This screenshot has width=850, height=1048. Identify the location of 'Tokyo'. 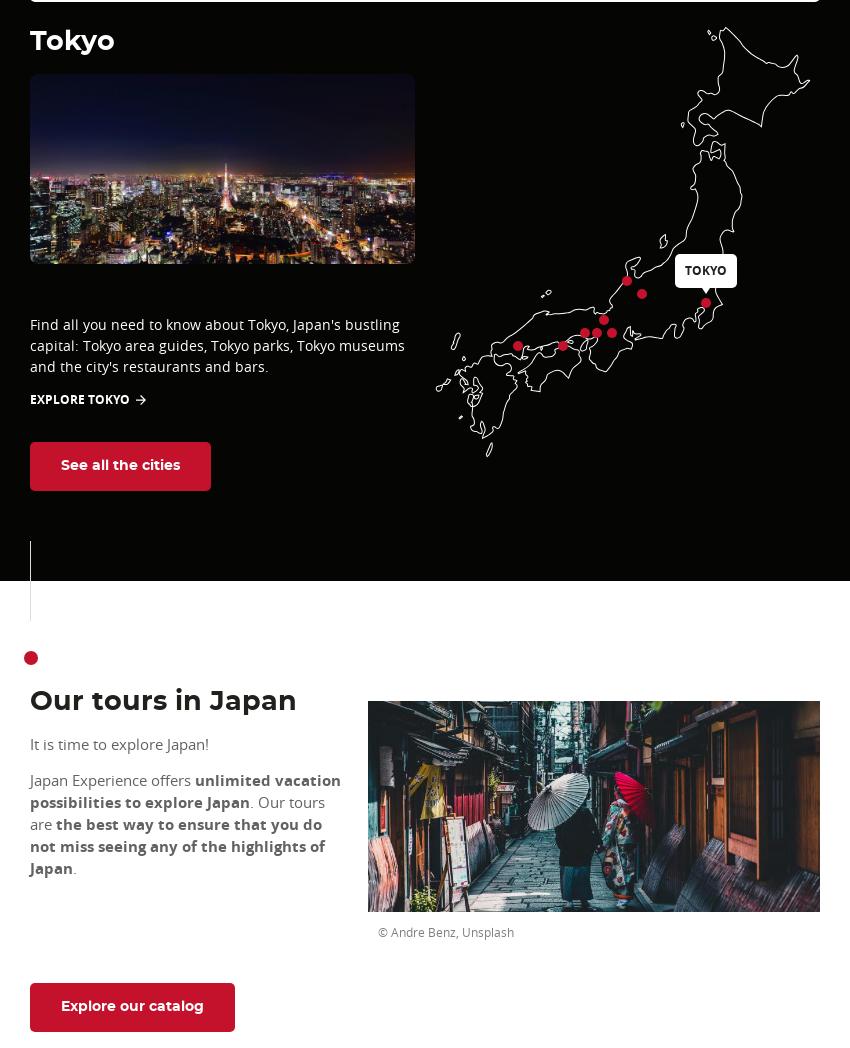
(72, 40).